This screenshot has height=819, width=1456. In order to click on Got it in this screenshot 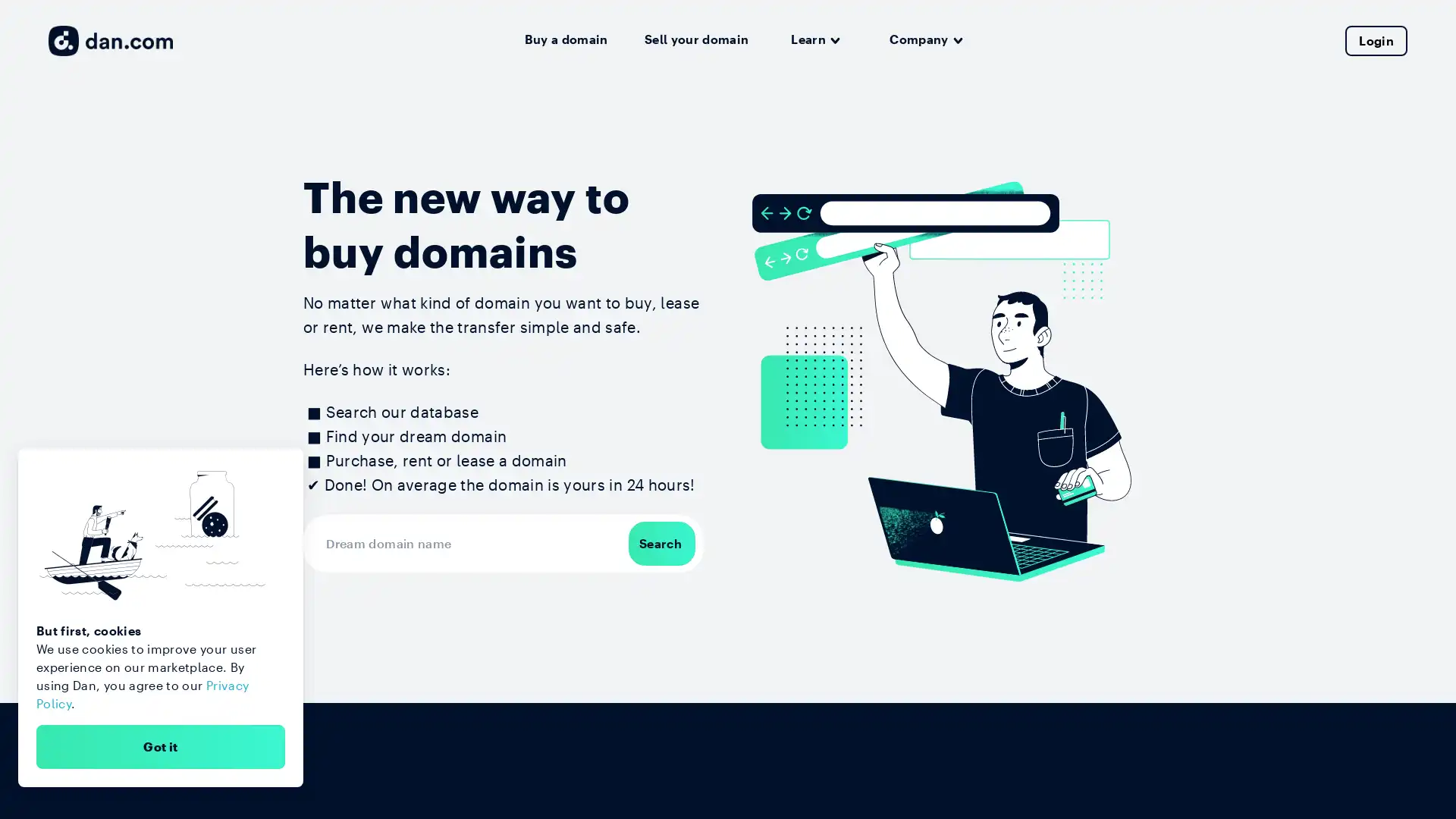, I will do `click(160, 745)`.